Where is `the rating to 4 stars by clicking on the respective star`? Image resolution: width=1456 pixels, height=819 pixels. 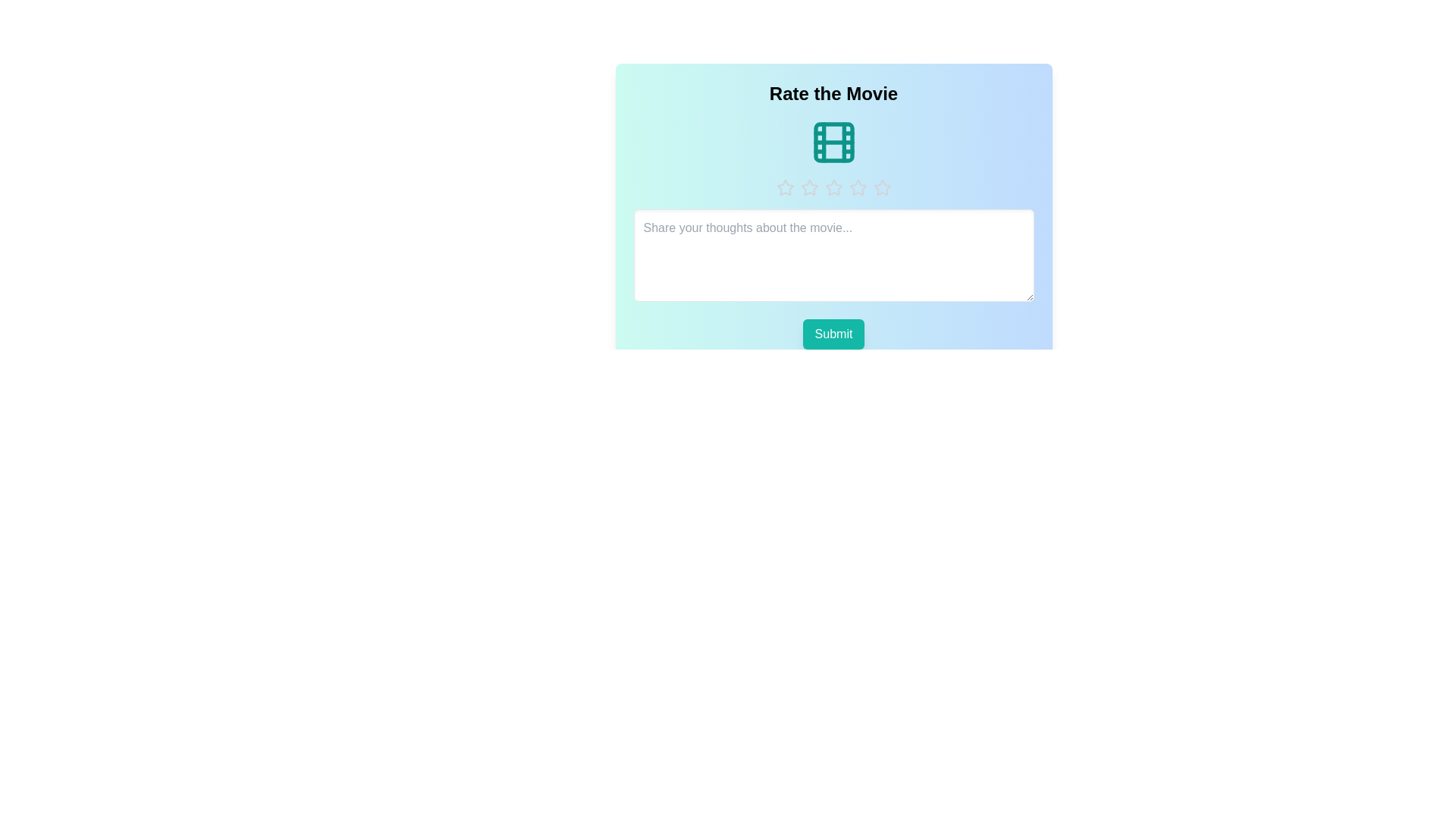
the rating to 4 stars by clicking on the respective star is located at coordinates (858, 187).